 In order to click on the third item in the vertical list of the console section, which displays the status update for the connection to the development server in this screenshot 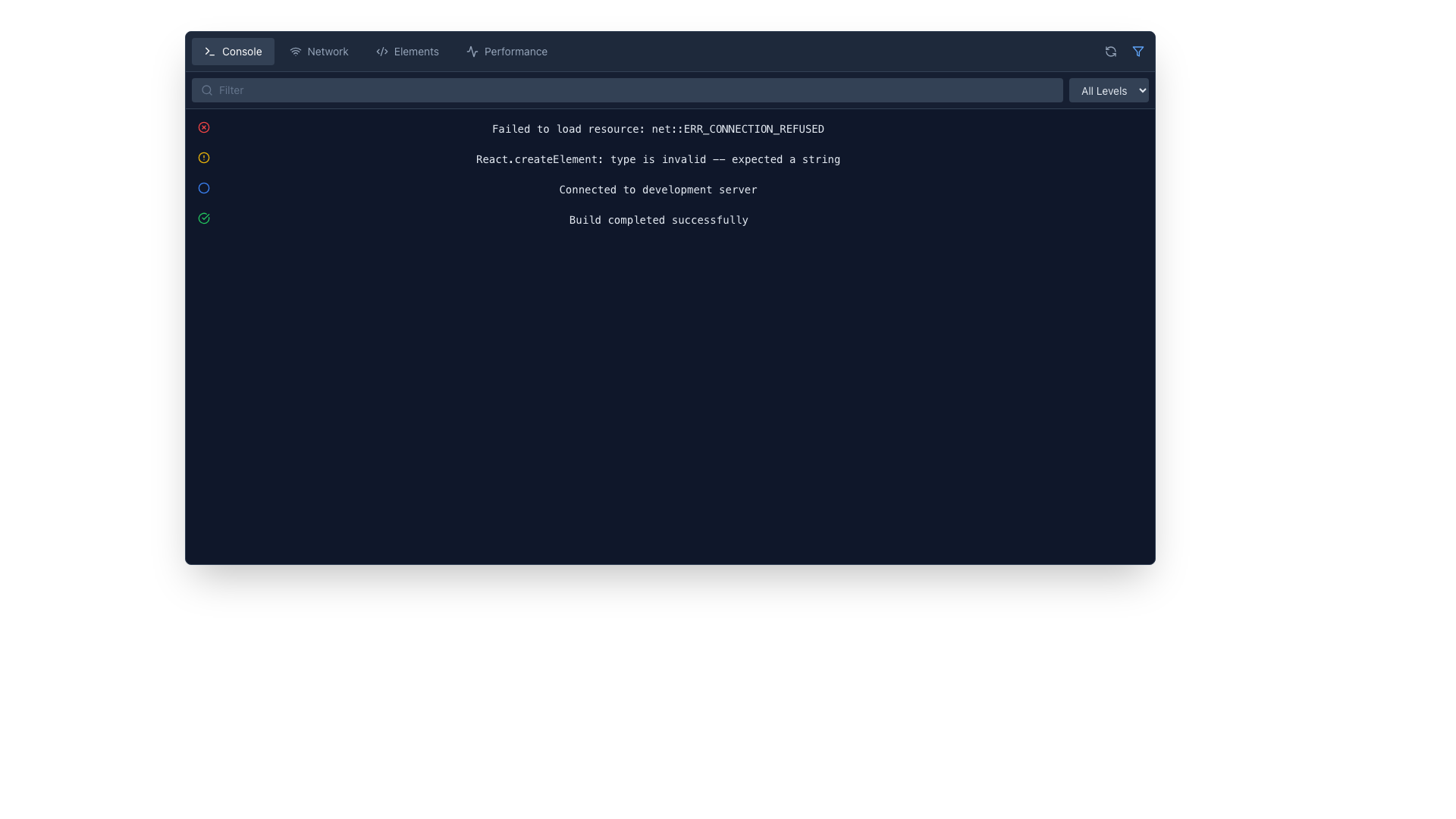, I will do `click(669, 189)`.